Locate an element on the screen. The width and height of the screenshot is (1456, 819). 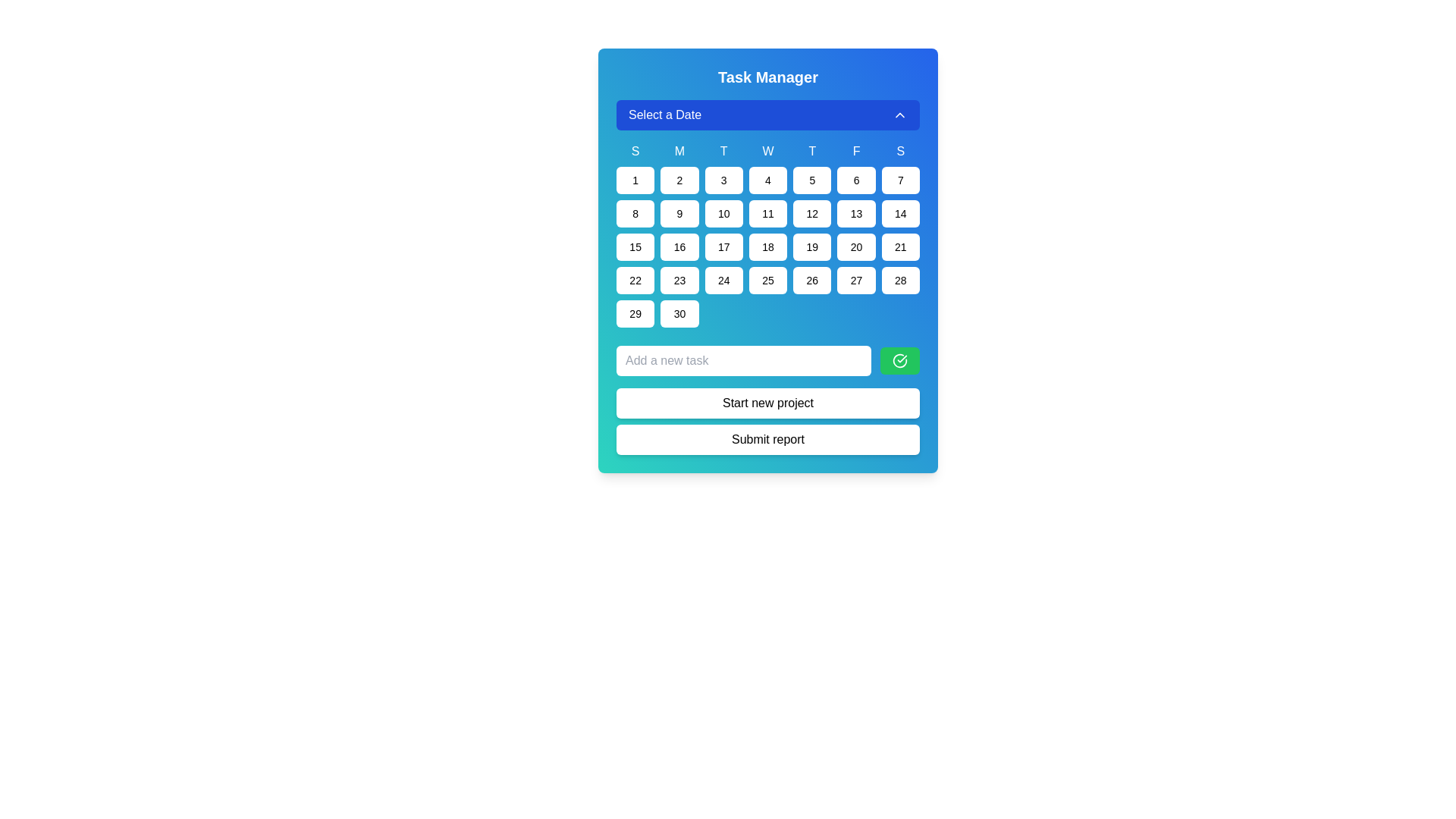
the icon located to the right of the text within the 'Select a Date' dropdown button is located at coordinates (899, 114).